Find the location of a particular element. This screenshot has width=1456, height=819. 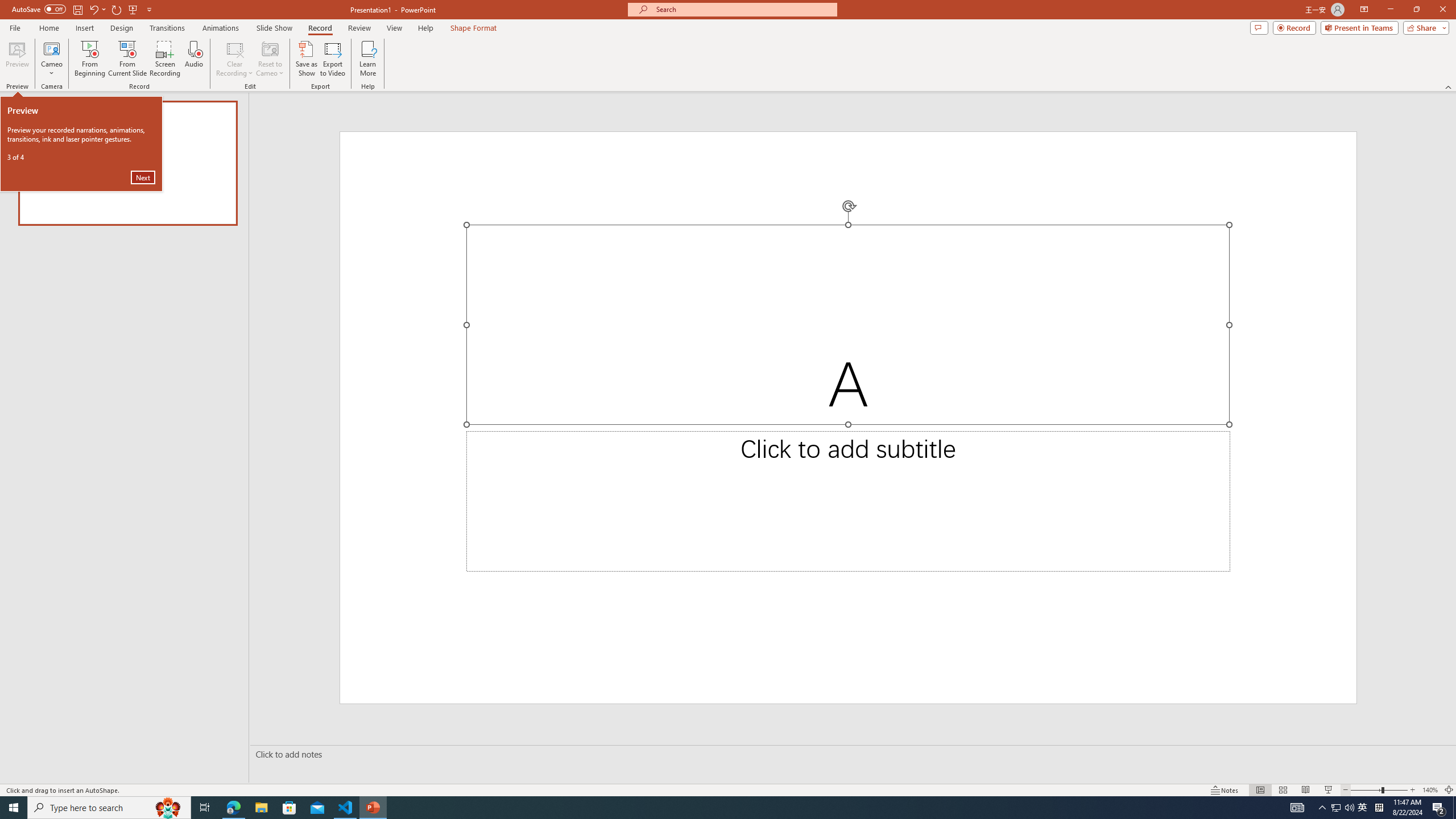

'From Current Slide...' is located at coordinates (127, 59).